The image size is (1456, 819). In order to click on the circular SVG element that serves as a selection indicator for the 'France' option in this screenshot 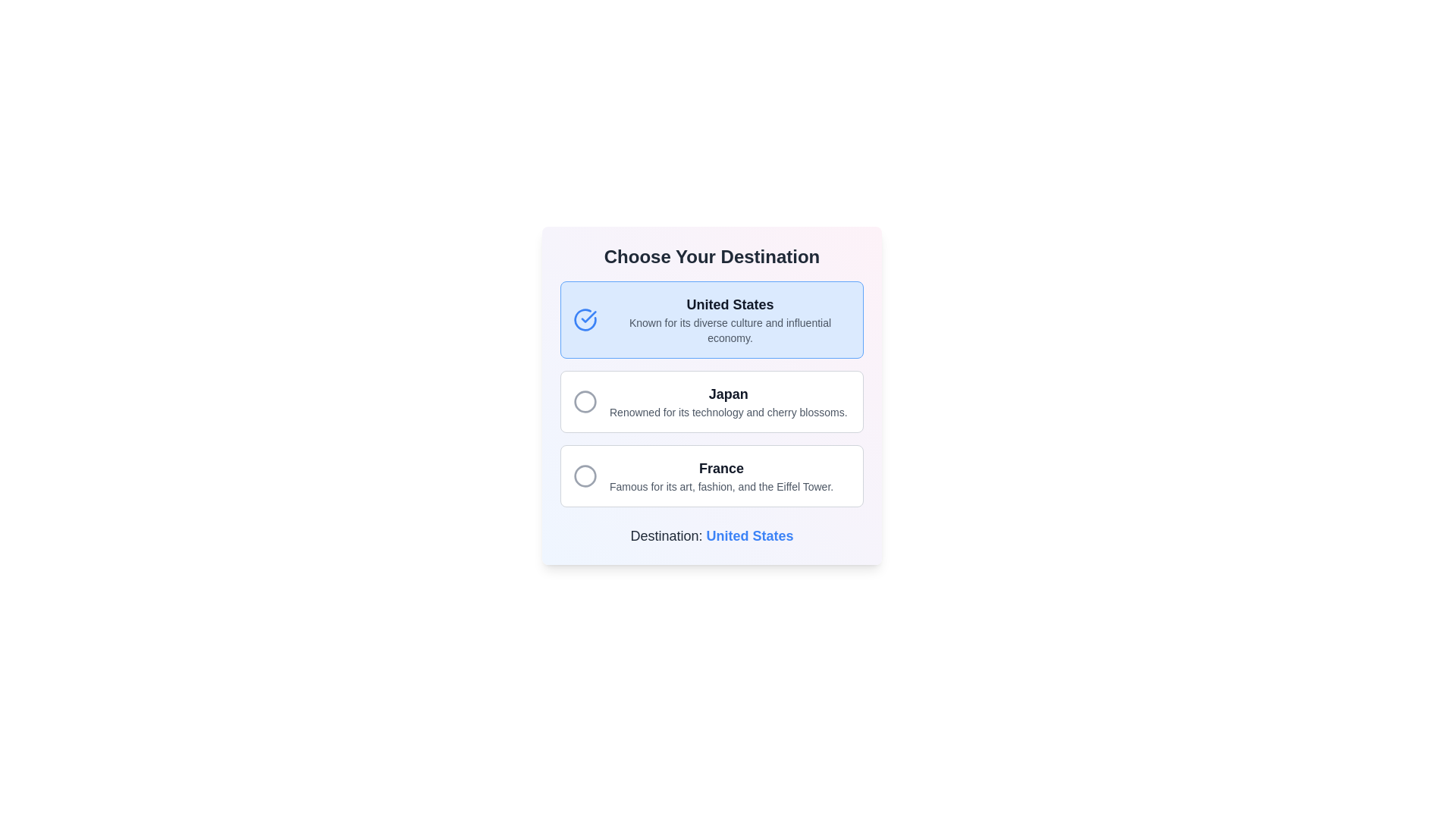, I will do `click(585, 475)`.